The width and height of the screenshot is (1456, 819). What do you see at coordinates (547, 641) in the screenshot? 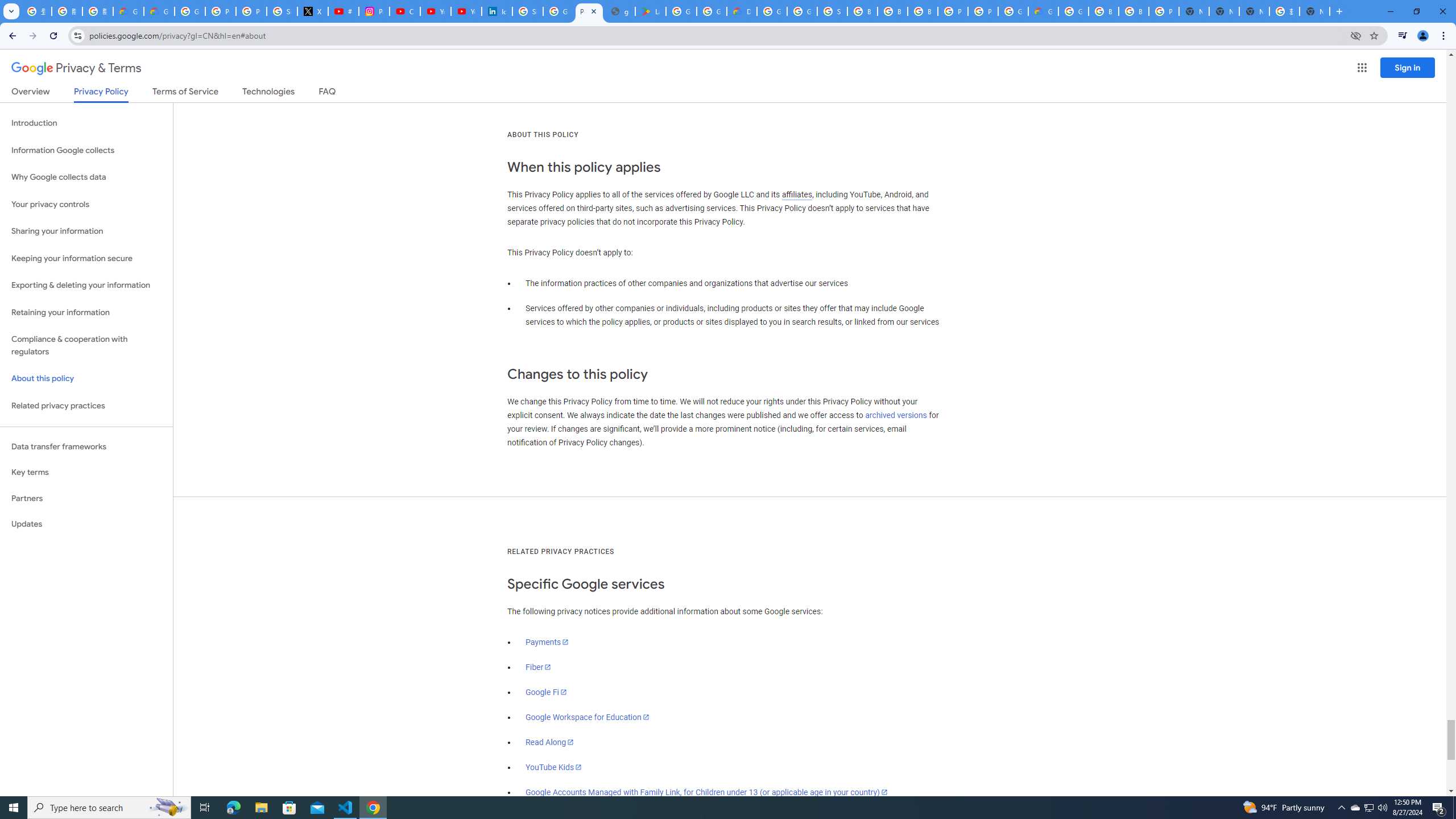
I see `'Payments'` at bounding box center [547, 641].